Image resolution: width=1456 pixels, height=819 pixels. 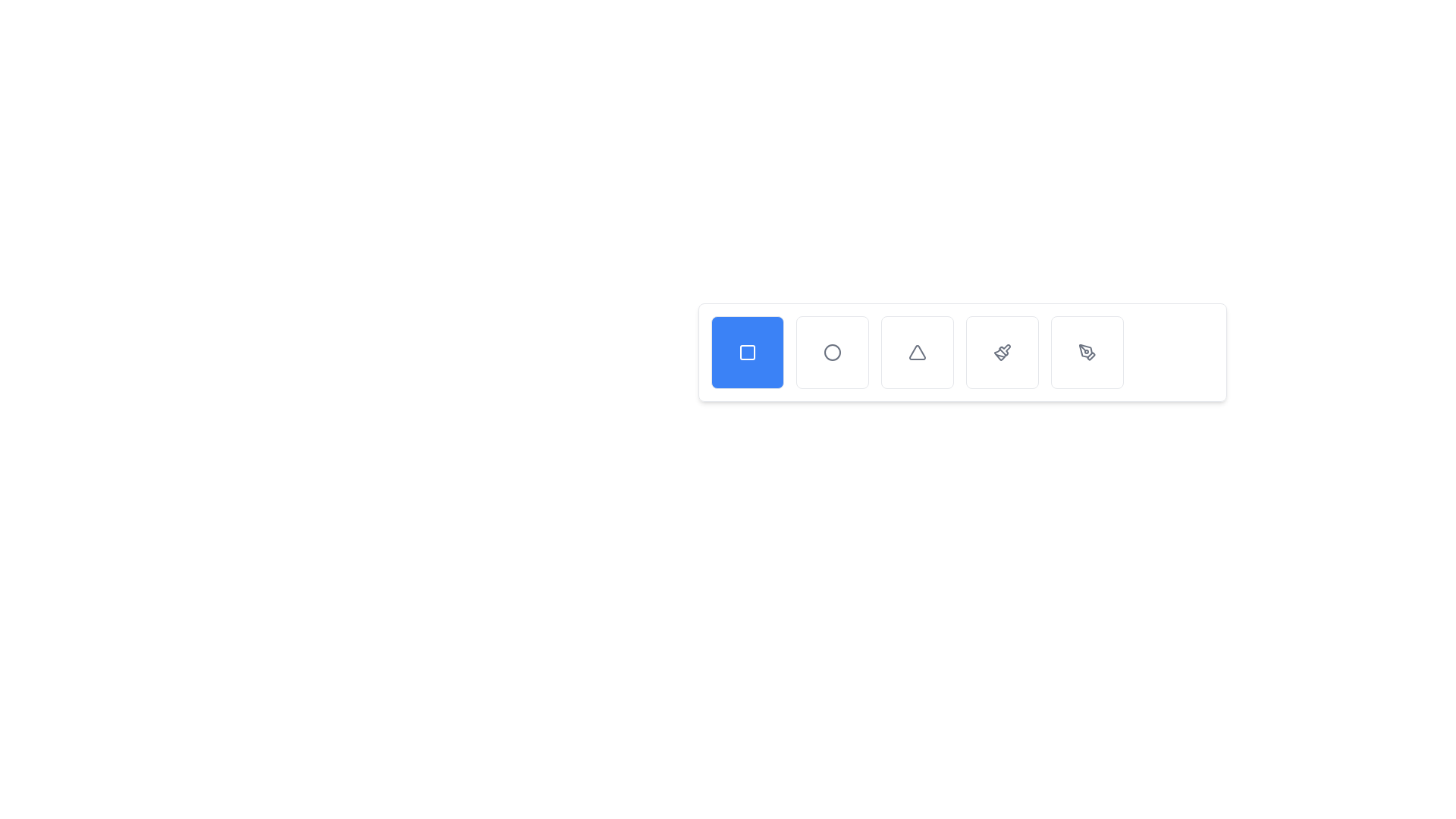 What do you see at coordinates (832, 353) in the screenshot?
I see `the Circle (SVG Graphic) intended for selecting or toggling a specific option or mode, located near the center bottom of the interface` at bounding box center [832, 353].